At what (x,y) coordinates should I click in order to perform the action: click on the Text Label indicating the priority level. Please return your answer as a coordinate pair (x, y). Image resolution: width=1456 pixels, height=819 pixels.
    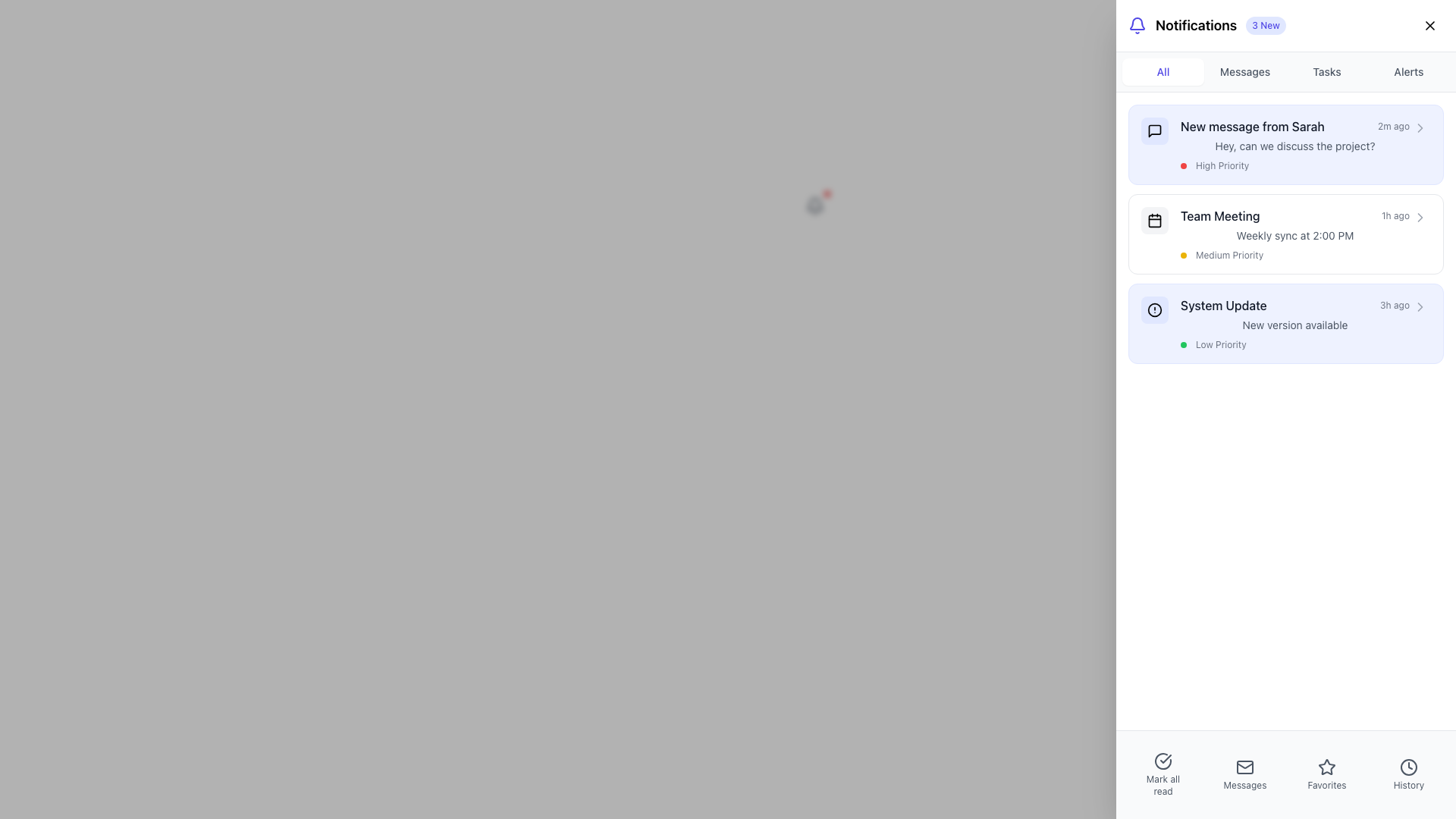
    Looking at the image, I should click on (1221, 345).